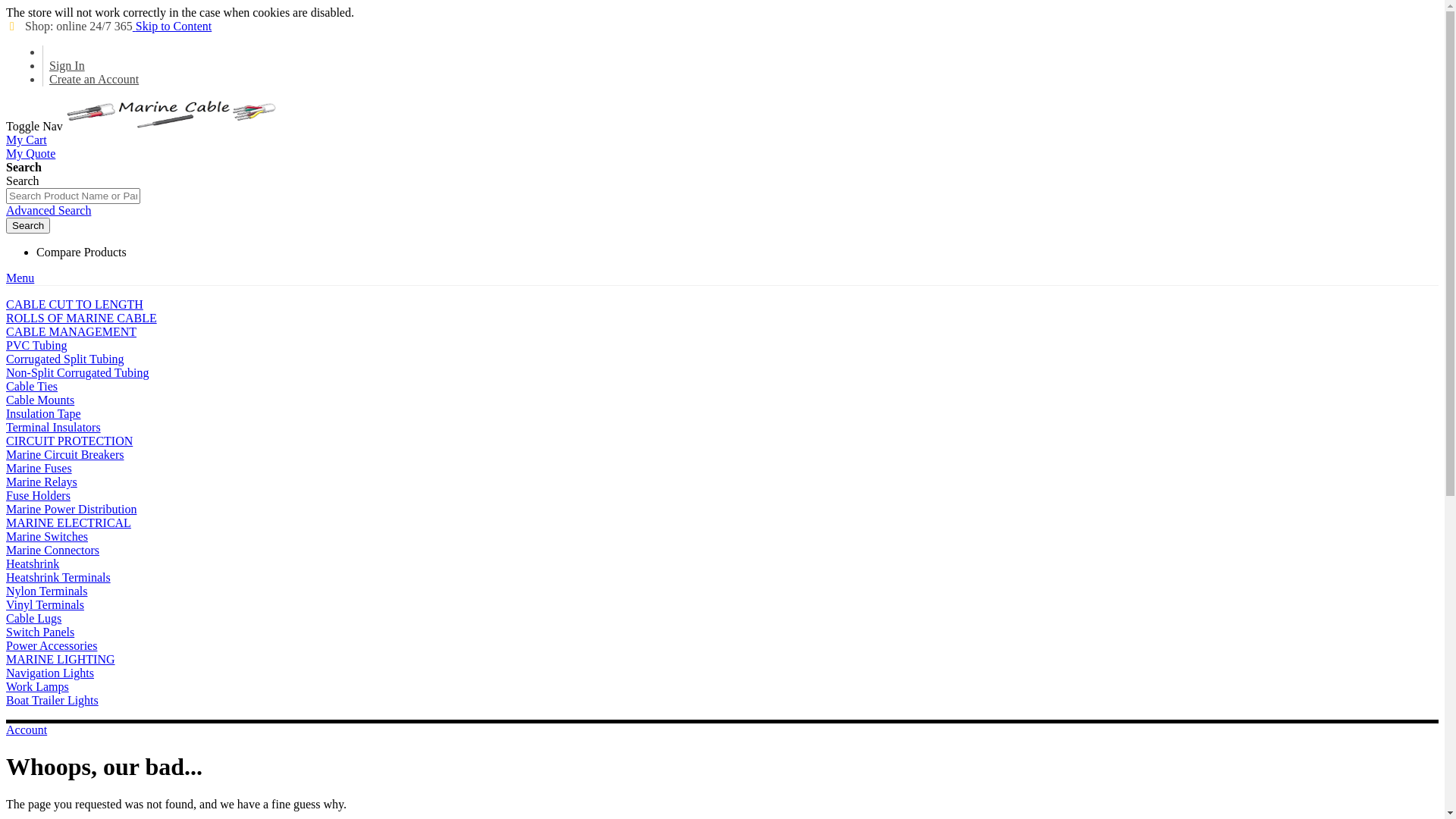  What do you see at coordinates (26, 140) in the screenshot?
I see `'My Cart'` at bounding box center [26, 140].